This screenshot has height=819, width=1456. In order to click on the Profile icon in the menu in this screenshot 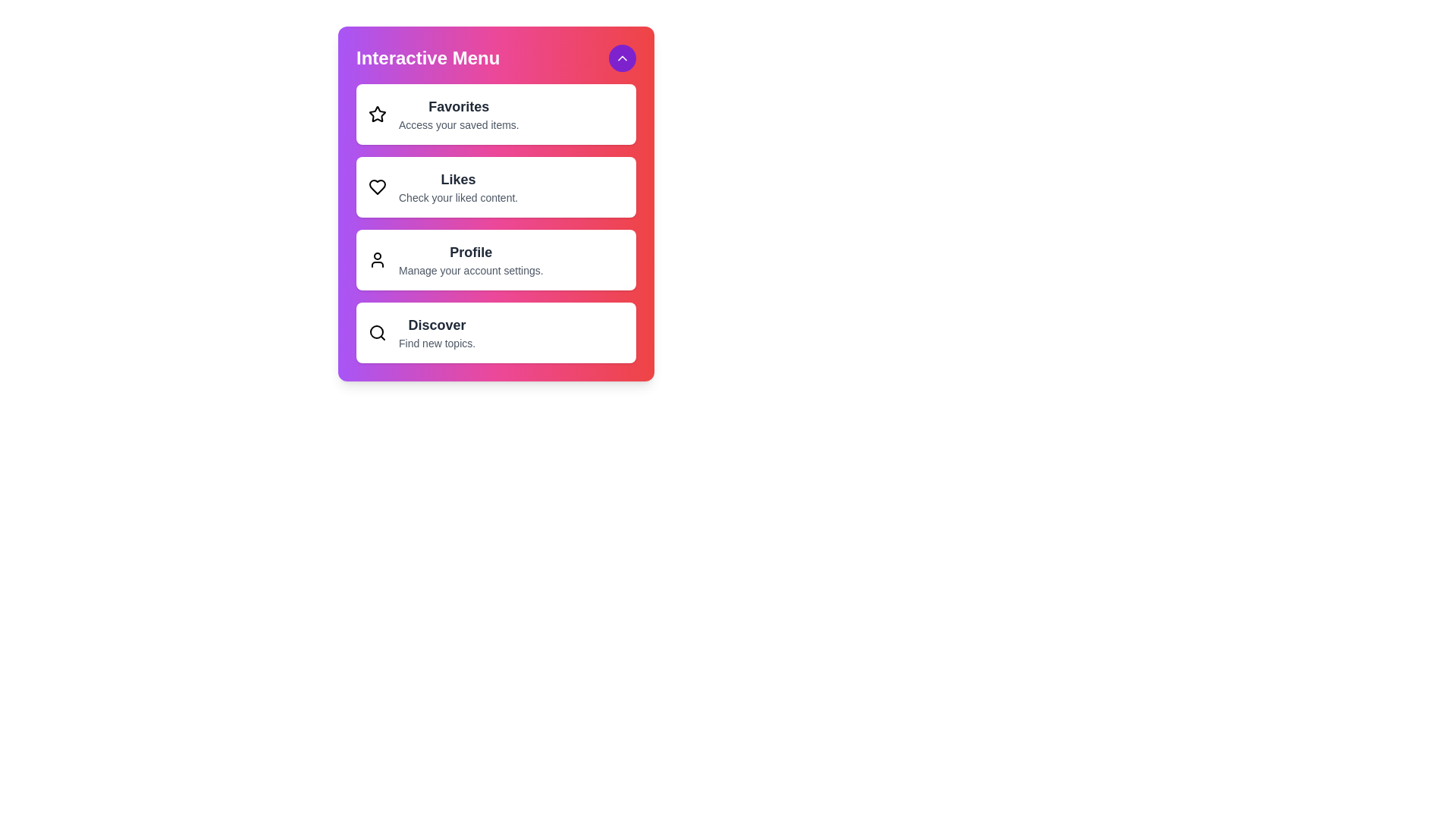, I will do `click(378, 259)`.